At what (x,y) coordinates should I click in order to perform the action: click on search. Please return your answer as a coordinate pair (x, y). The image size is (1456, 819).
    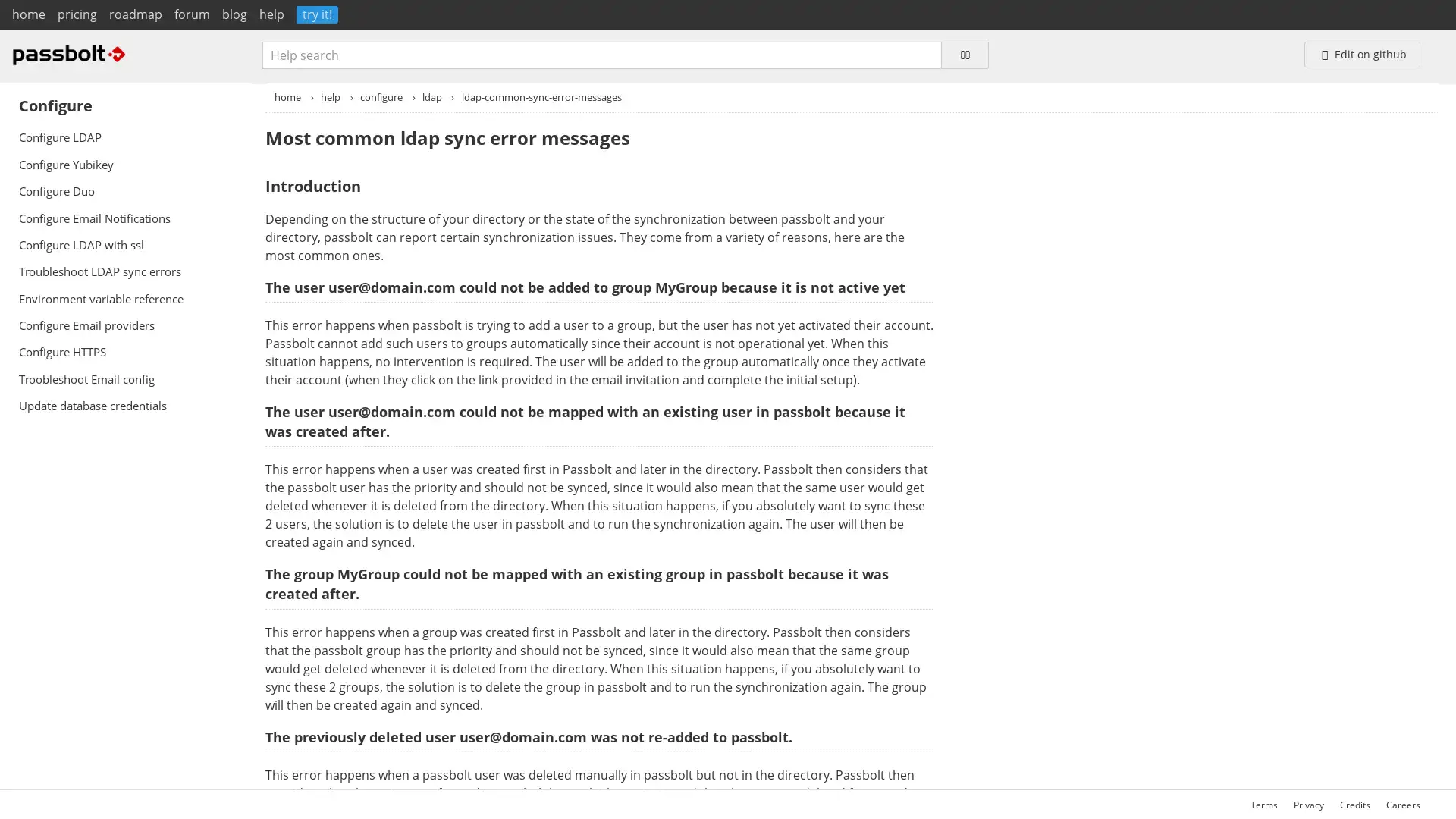
    Looking at the image, I should click on (964, 54).